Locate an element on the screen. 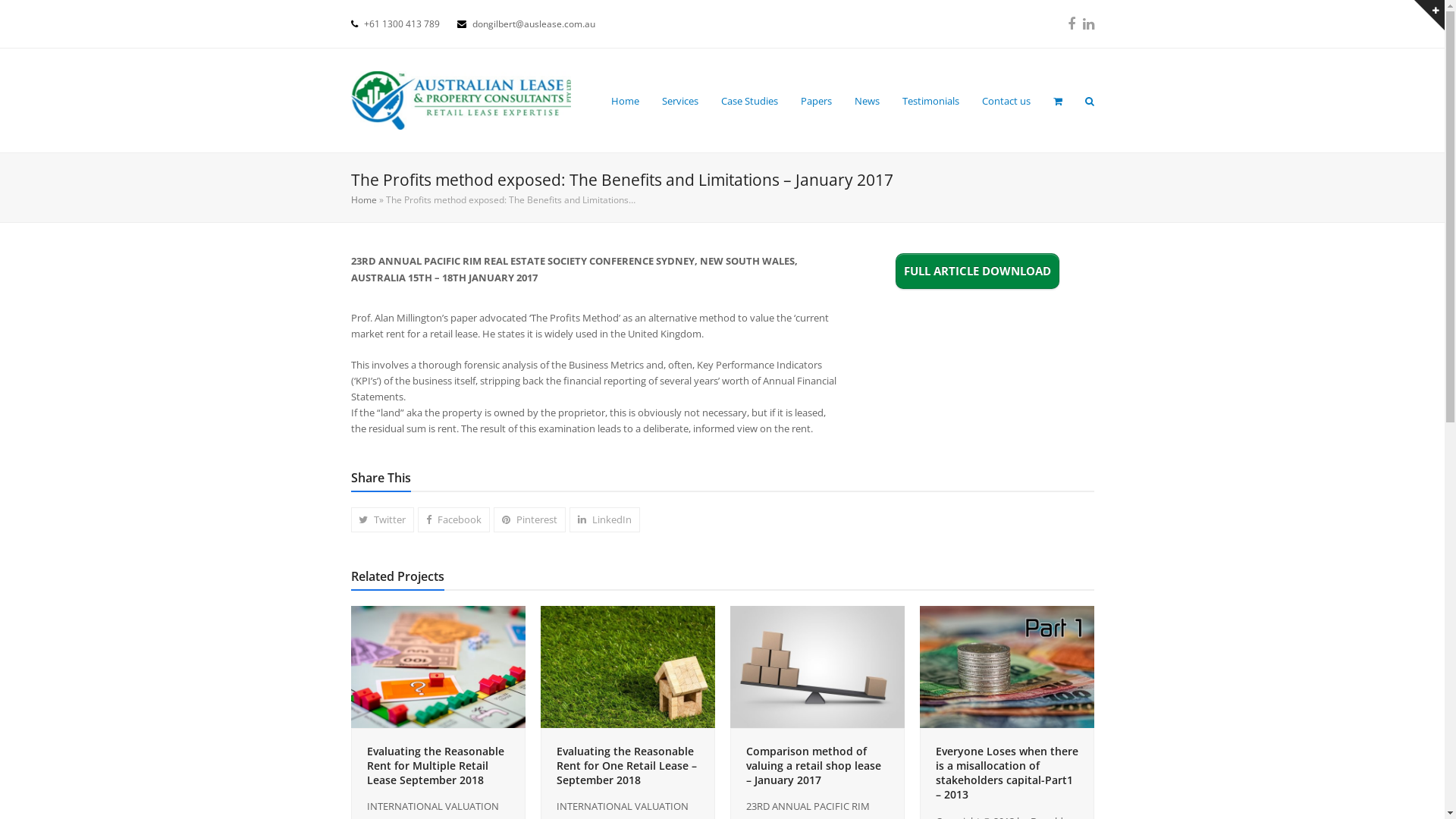  'LinkedIn' is located at coordinates (1087, 24).